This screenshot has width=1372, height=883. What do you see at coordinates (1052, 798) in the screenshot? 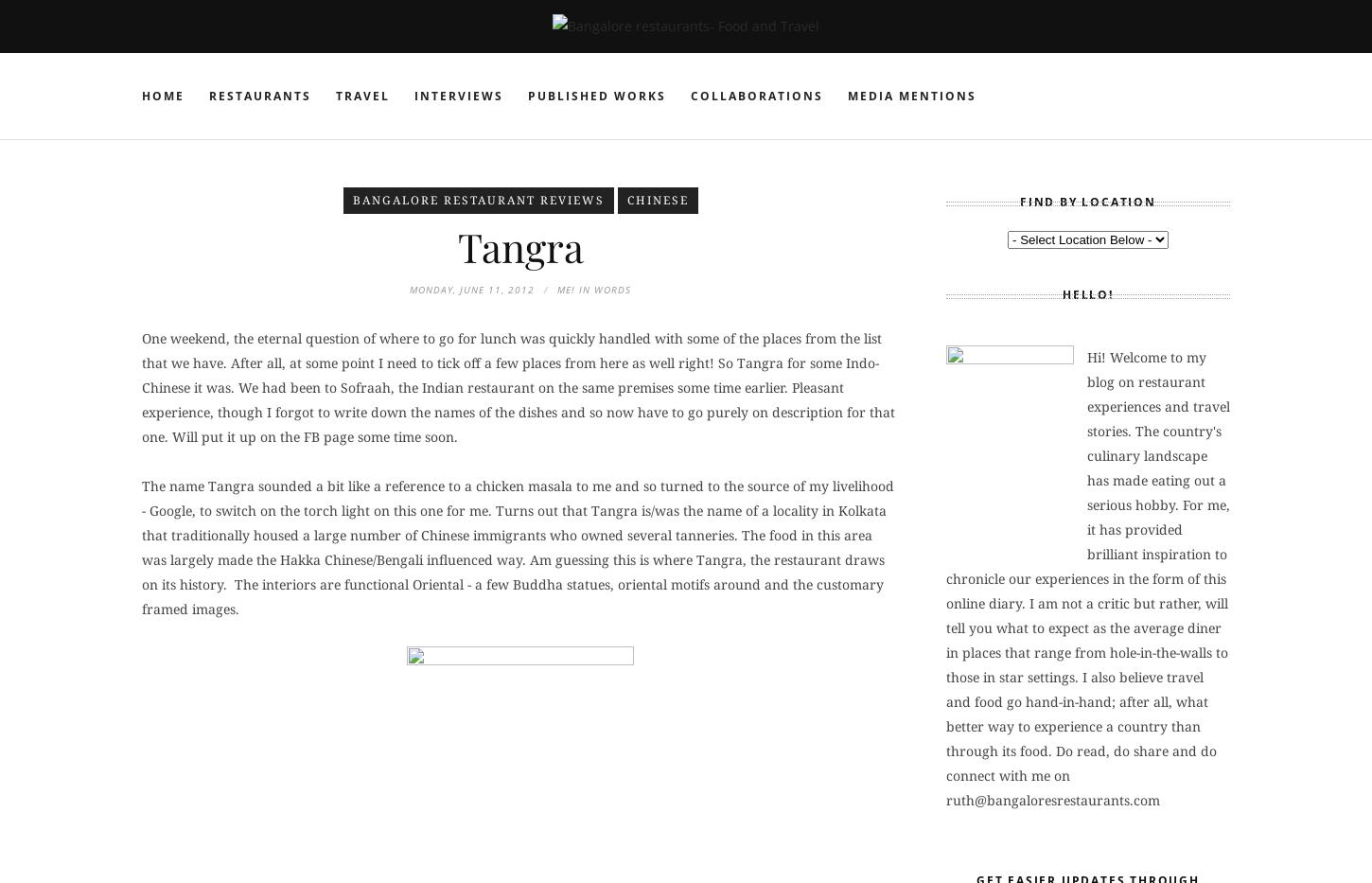
I see `'ruth@bangaloresrestaurants.com'` at bounding box center [1052, 798].